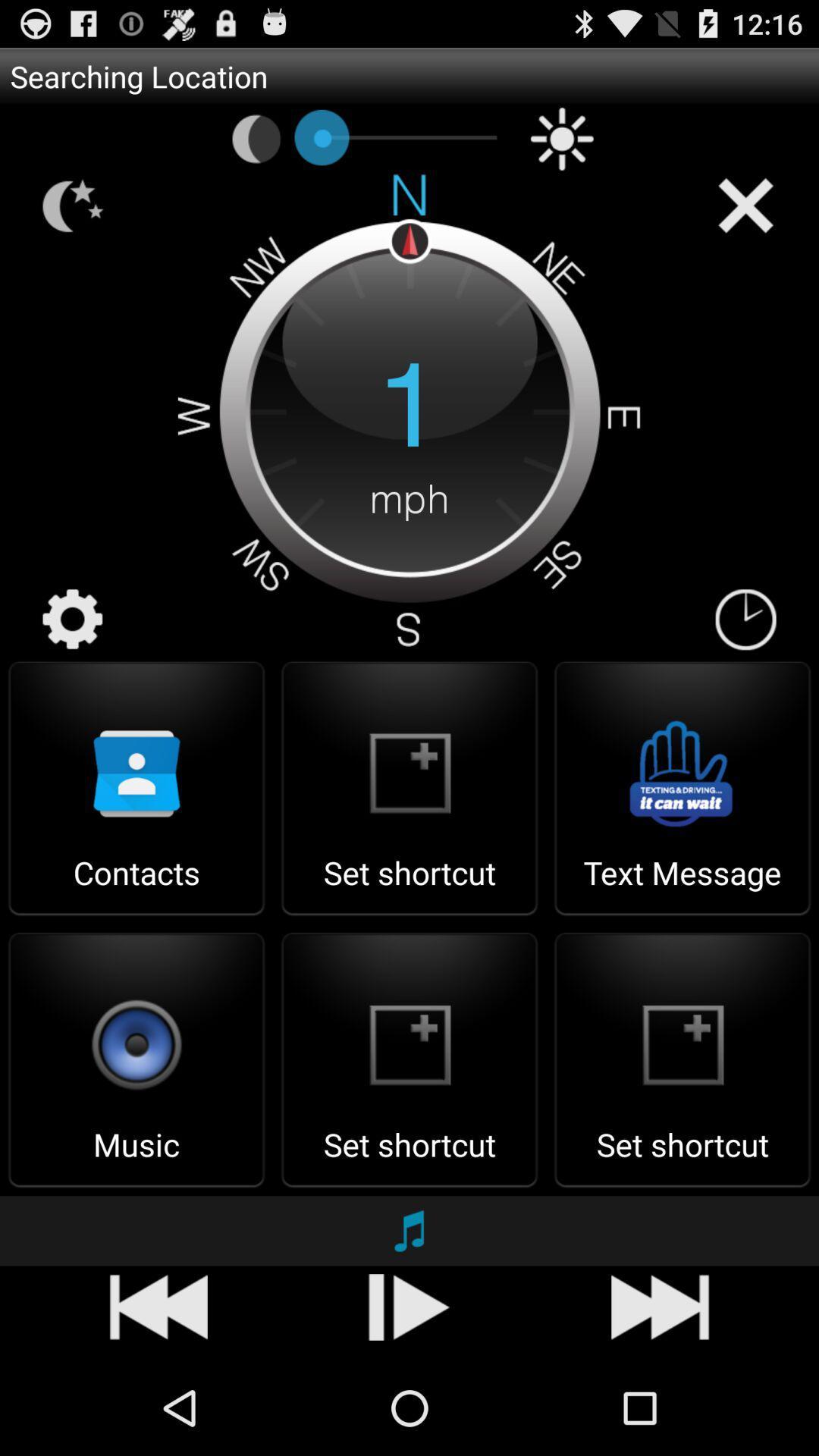 This screenshot has width=819, height=1456. Describe the element at coordinates (136, 887) in the screenshot. I see `contacts item` at that location.